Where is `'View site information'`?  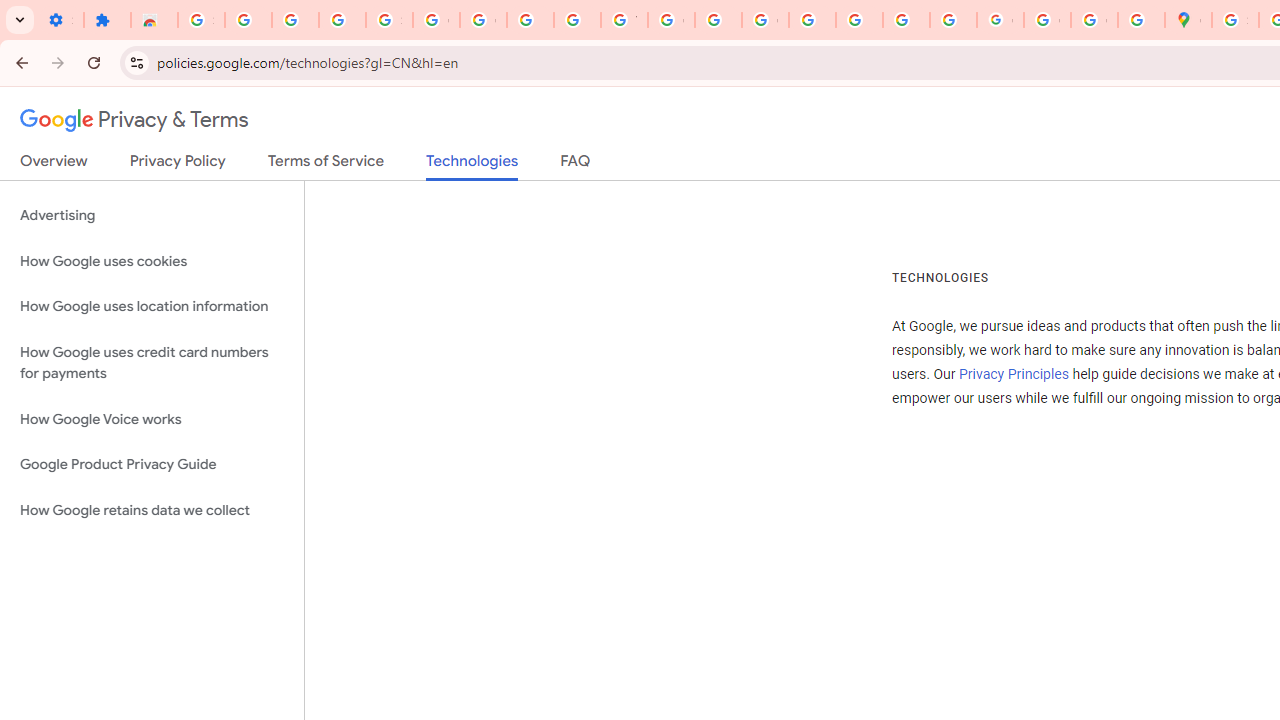
'View site information' is located at coordinates (135, 61).